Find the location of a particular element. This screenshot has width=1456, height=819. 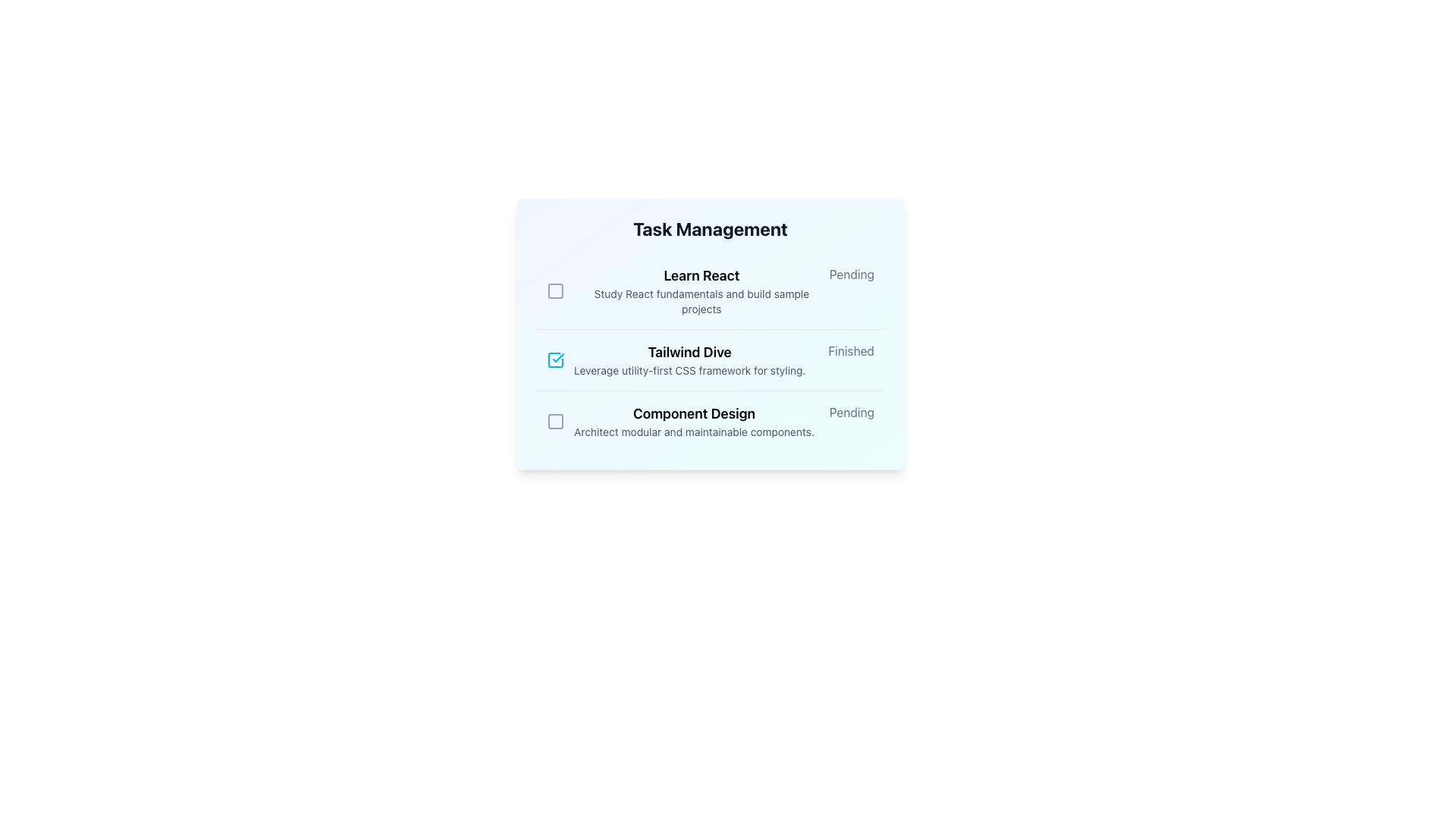

text content of the task item titled 'Component Design' with the description 'Architect modular and maintainable components.' which is the third task item in the list is located at coordinates (693, 421).